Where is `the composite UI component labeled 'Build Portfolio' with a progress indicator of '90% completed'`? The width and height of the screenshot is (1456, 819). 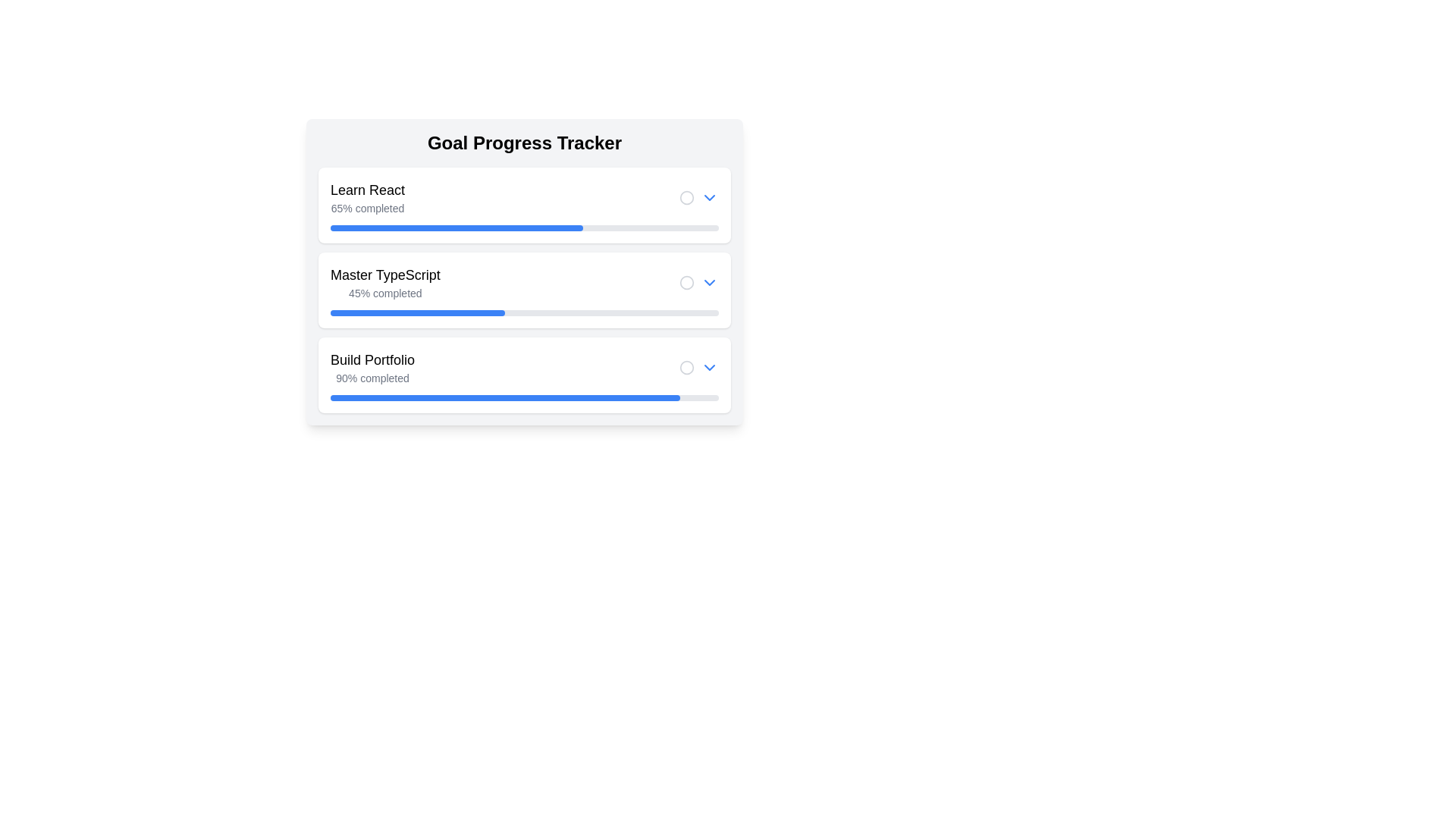 the composite UI component labeled 'Build Portfolio' with a progress indicator of '90% completed' is located at coordinates (524, 368).